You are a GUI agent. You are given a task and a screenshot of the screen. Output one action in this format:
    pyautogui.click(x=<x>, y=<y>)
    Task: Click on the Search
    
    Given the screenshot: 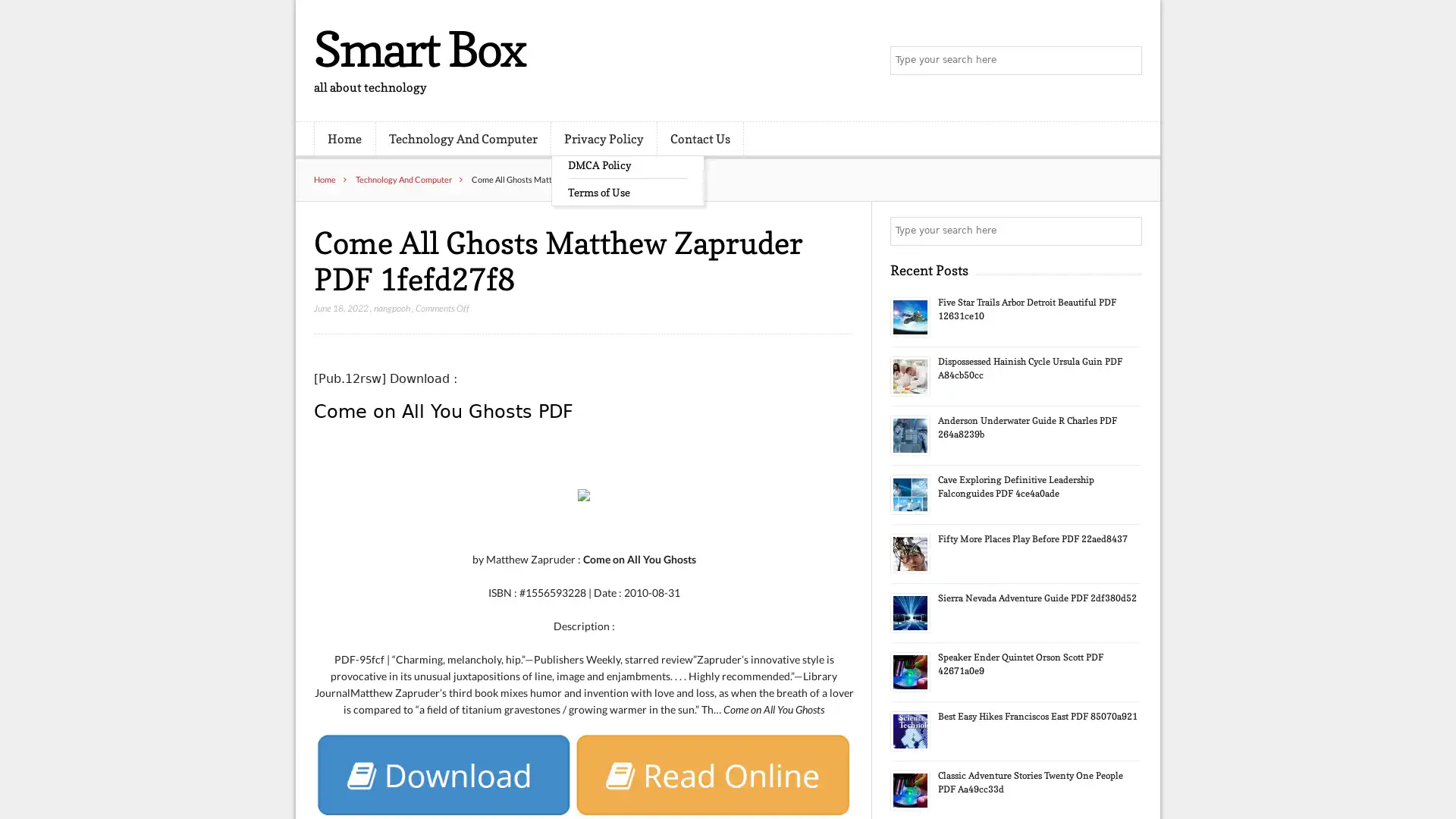 What is the action you would take?
    pyautogui.click(x=1126, y=231)
    